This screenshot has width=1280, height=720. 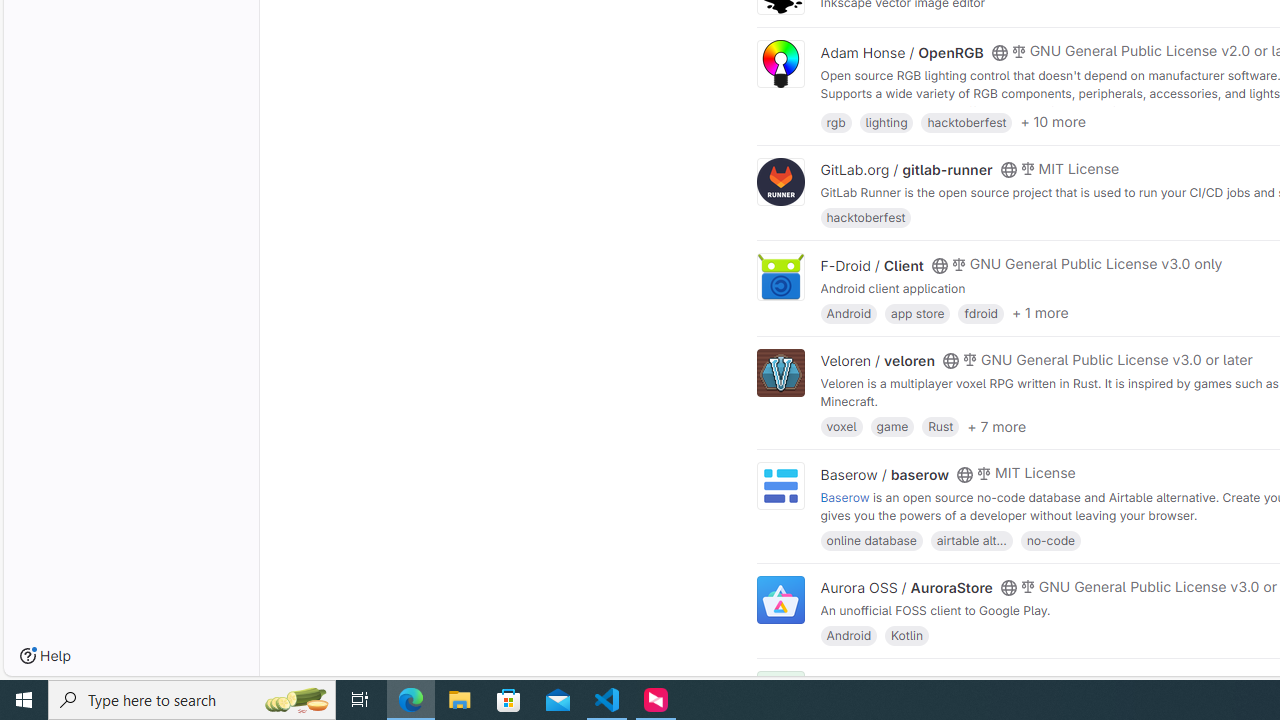 I want to click on 'game', so click(x=891, y=425).